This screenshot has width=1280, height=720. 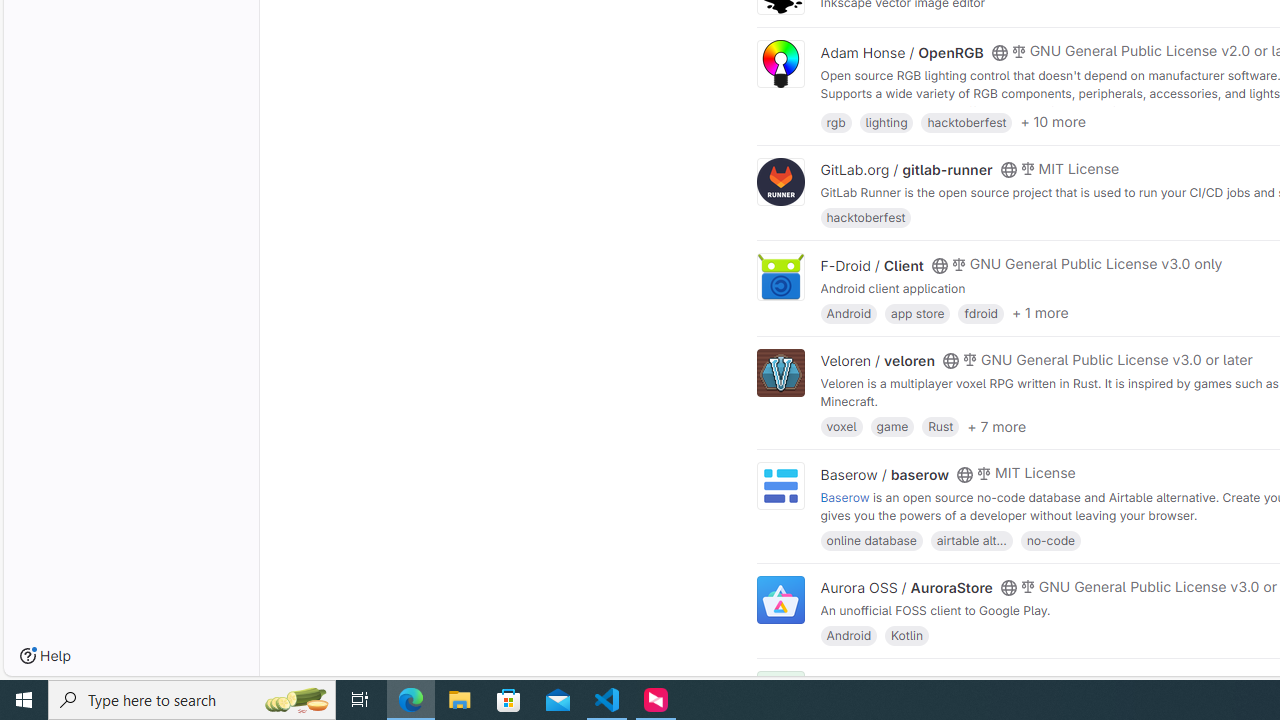 I want to click on 'game', so click(x=891, y=425).